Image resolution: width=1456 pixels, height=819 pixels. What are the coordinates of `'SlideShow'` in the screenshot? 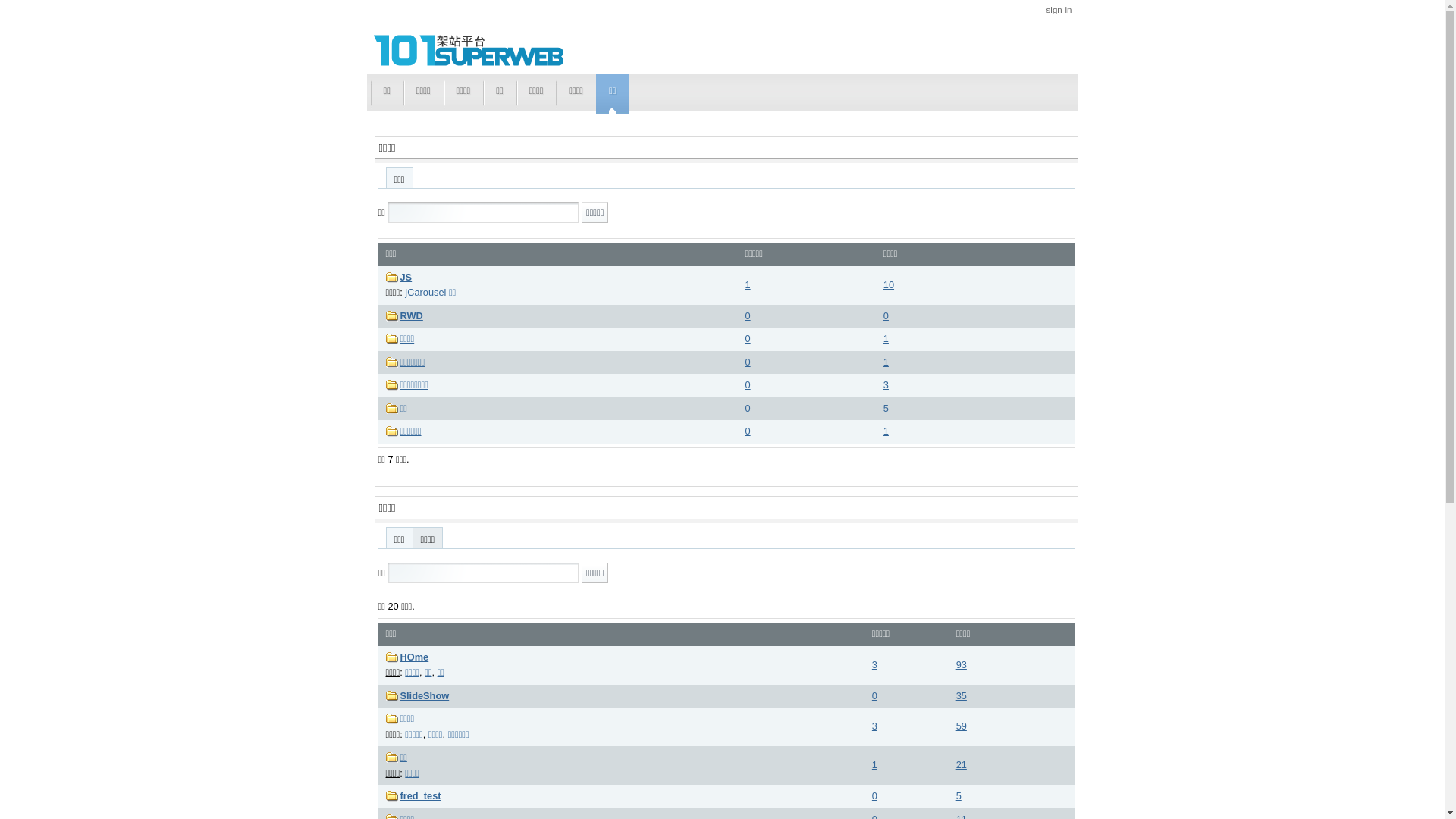 It's located at (425, 695).